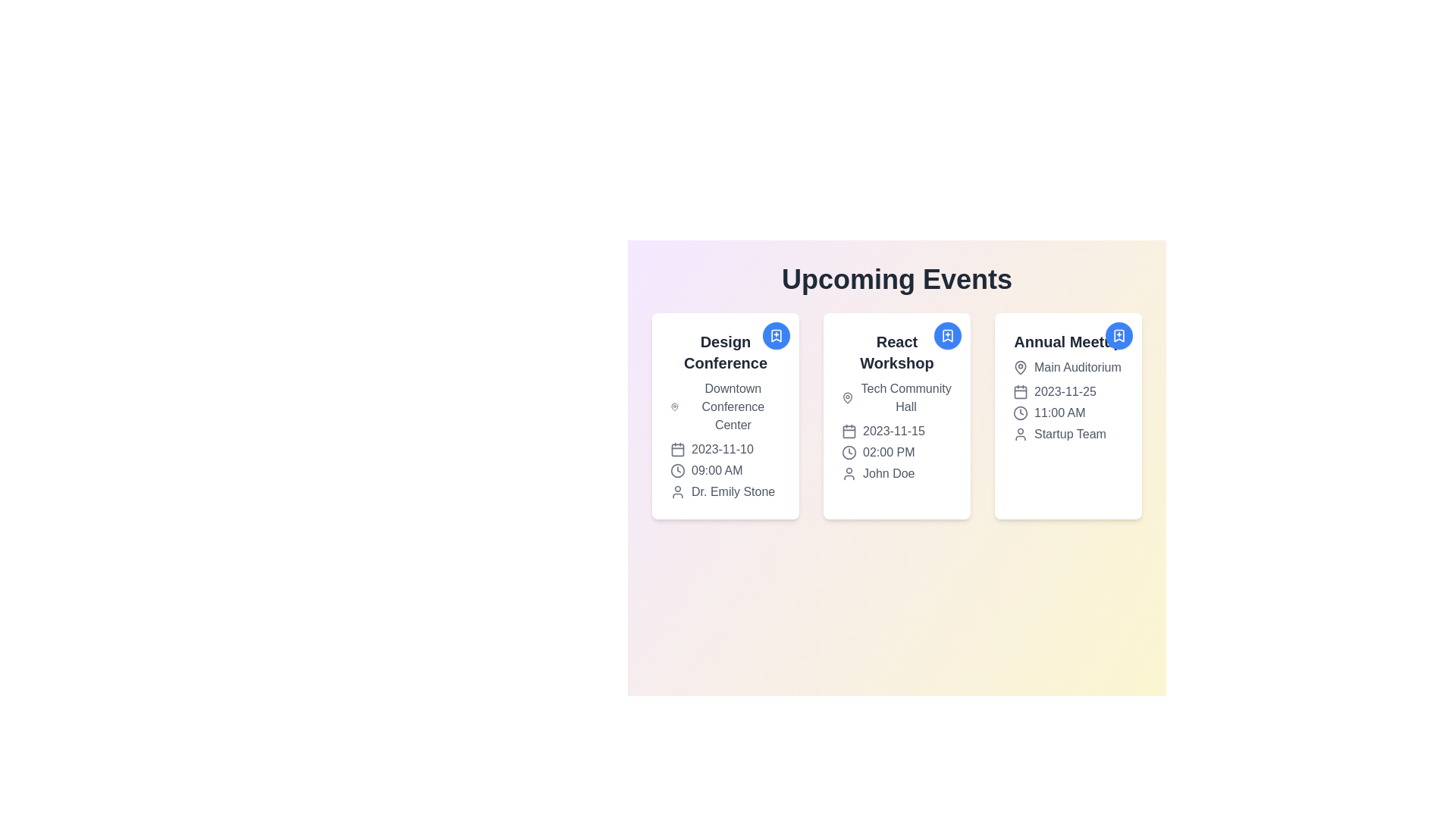  I want to click on the graphic icon resembling a user's profile, located to the left of the text 'Dr. Emily Stone' in the 'Design Conference' event details, so click(676, 491).